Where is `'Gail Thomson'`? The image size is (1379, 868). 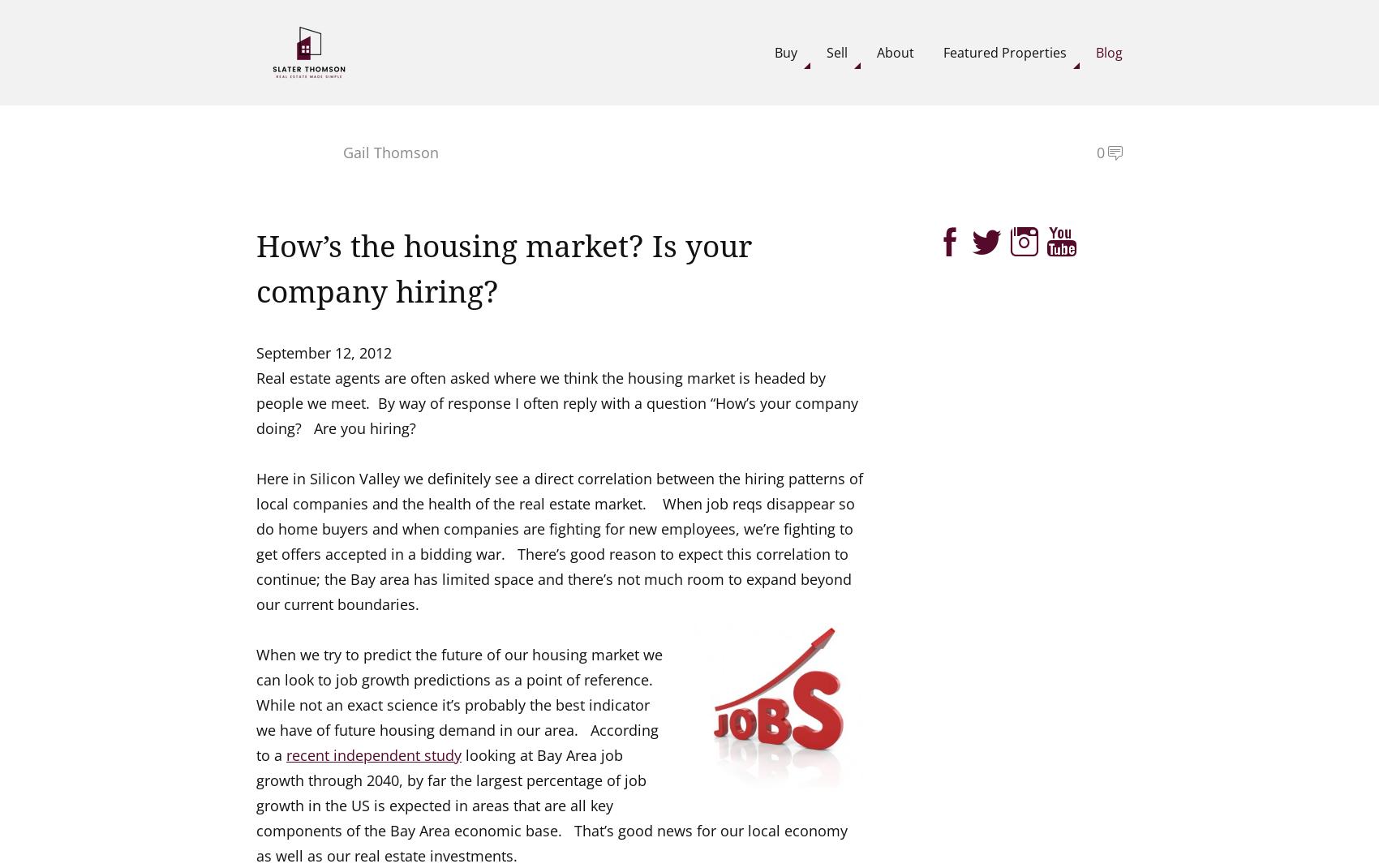
'Gail Thomson' is located at coordinates (390, 151).